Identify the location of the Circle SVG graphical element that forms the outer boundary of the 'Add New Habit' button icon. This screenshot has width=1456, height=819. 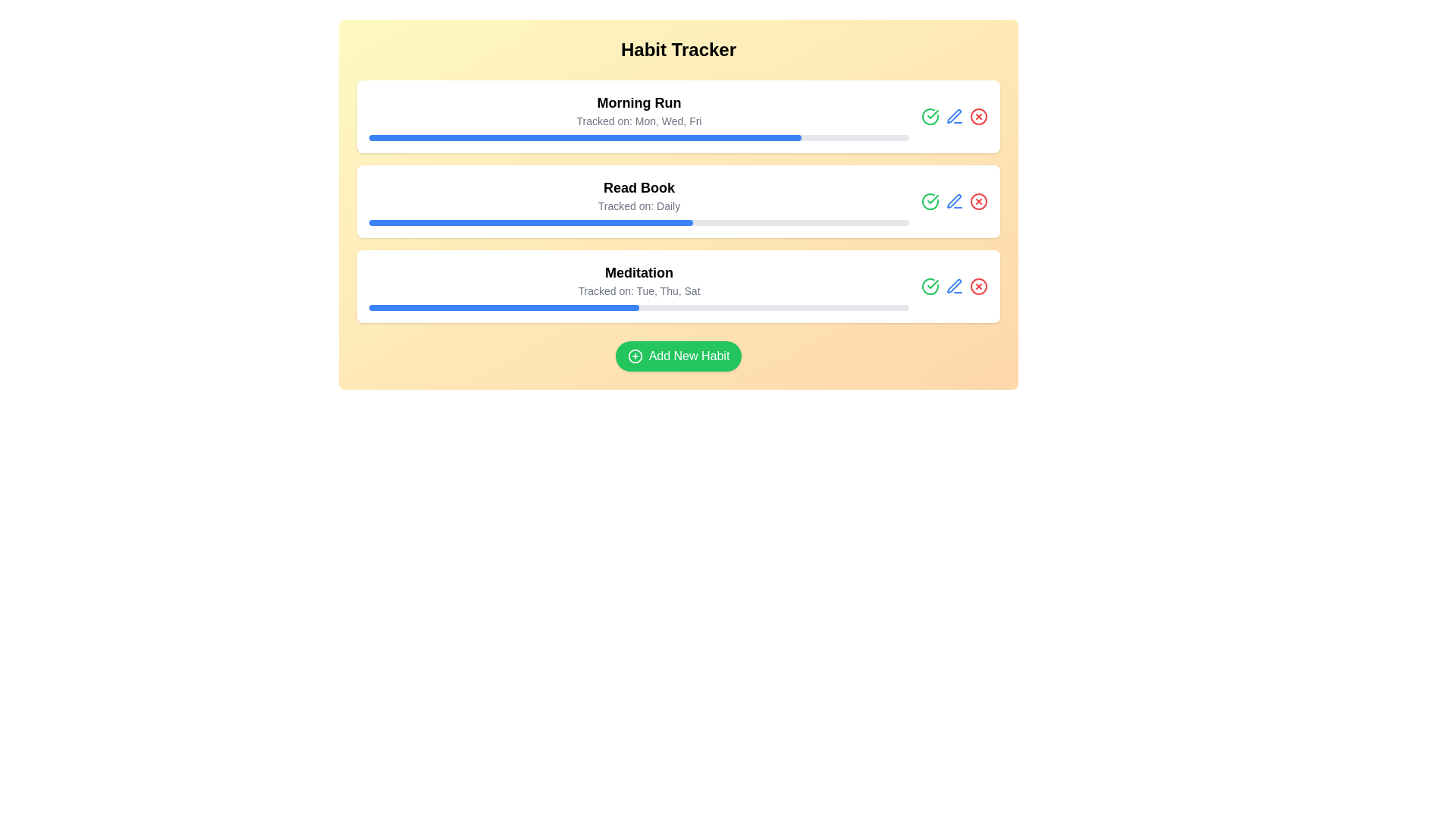
(635, 356).